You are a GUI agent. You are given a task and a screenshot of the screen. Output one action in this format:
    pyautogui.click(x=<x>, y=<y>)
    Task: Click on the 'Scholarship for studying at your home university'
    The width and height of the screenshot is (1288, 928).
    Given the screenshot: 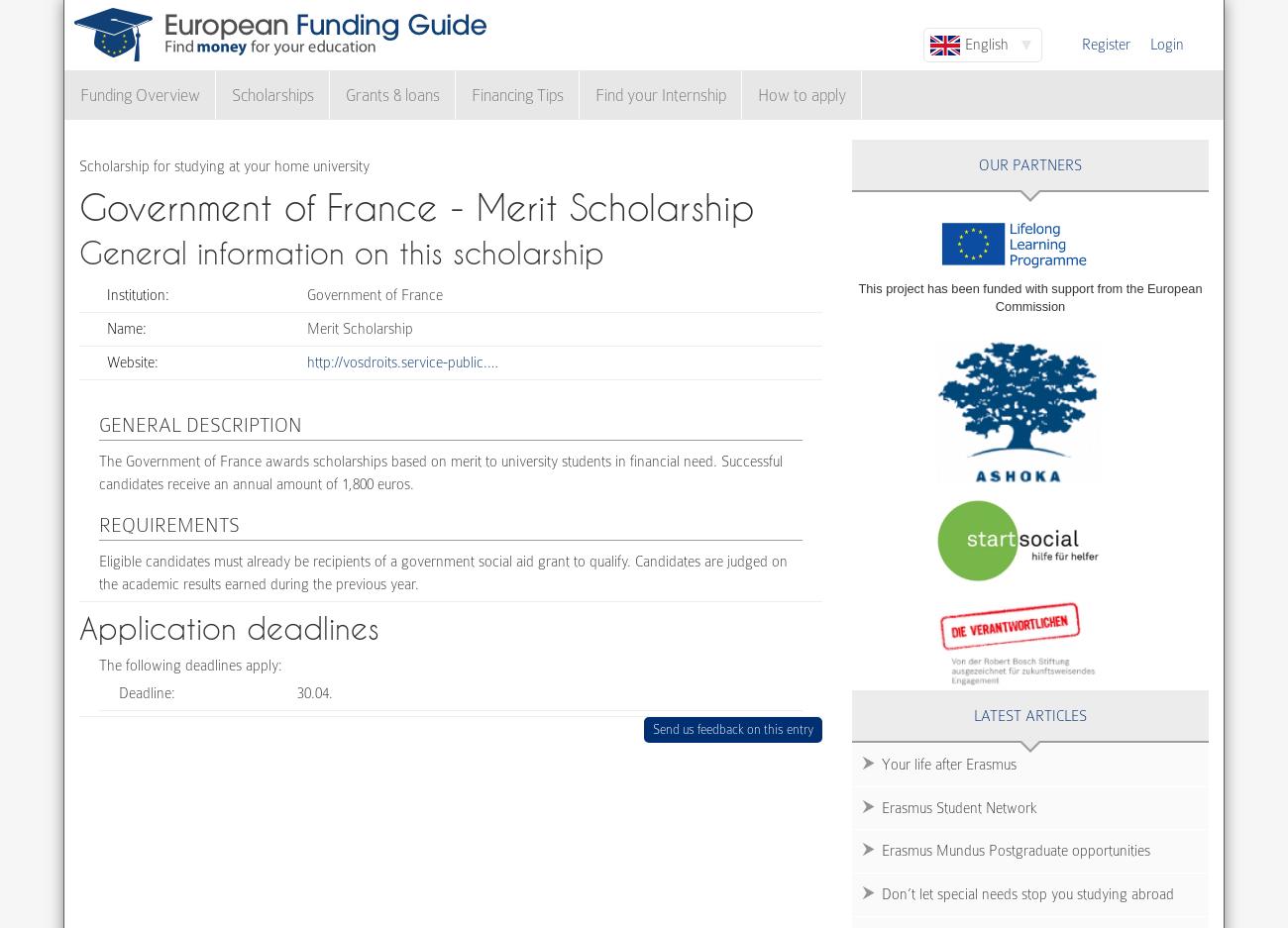 What is the action you would take?
    pyautogui.click(x=223, y=163)
    